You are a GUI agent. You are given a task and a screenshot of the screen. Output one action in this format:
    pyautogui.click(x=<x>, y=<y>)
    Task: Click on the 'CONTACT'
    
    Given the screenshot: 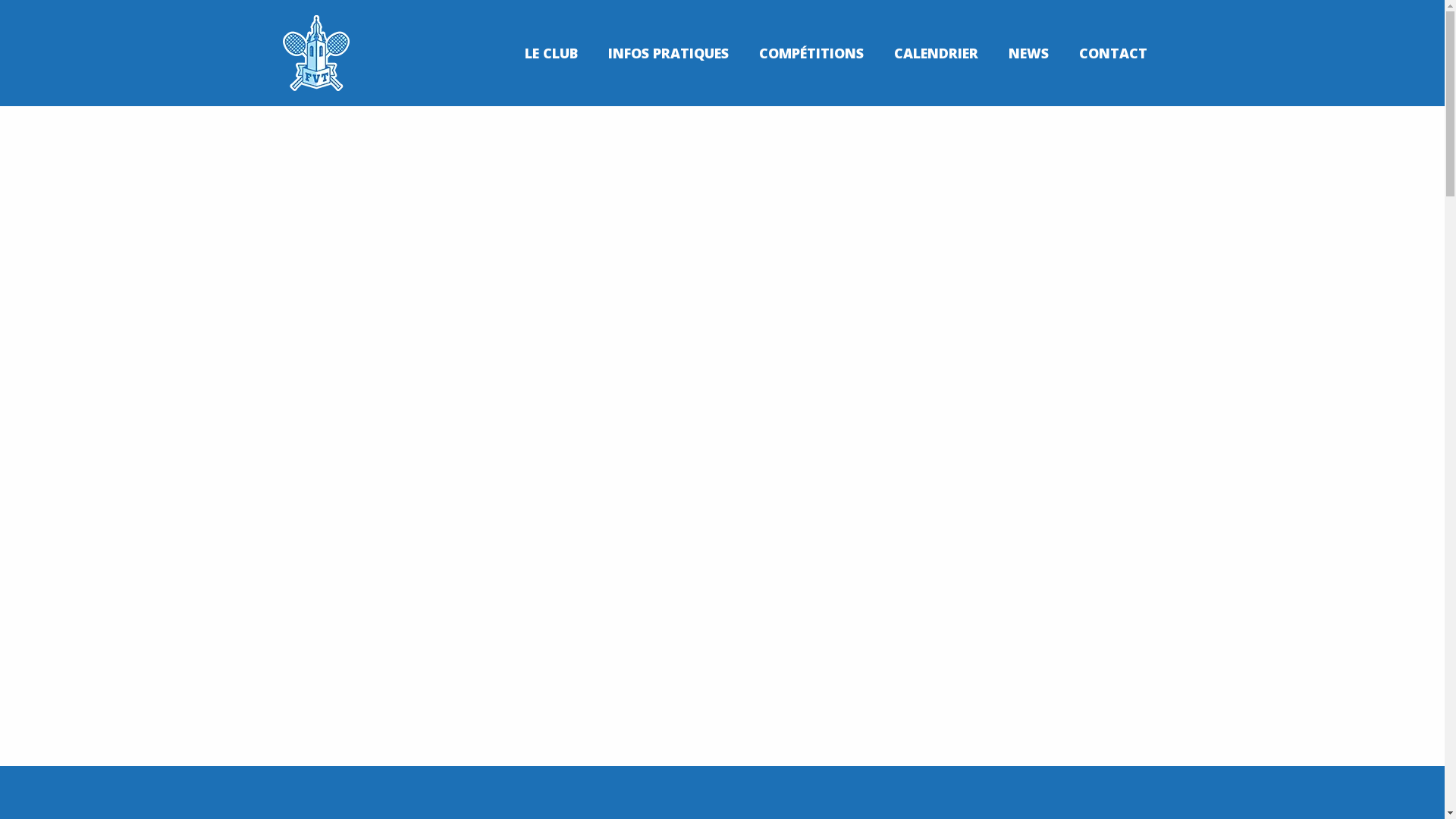 What is the action you would take?
    pyautogui.click(x=1112, y=52)
    